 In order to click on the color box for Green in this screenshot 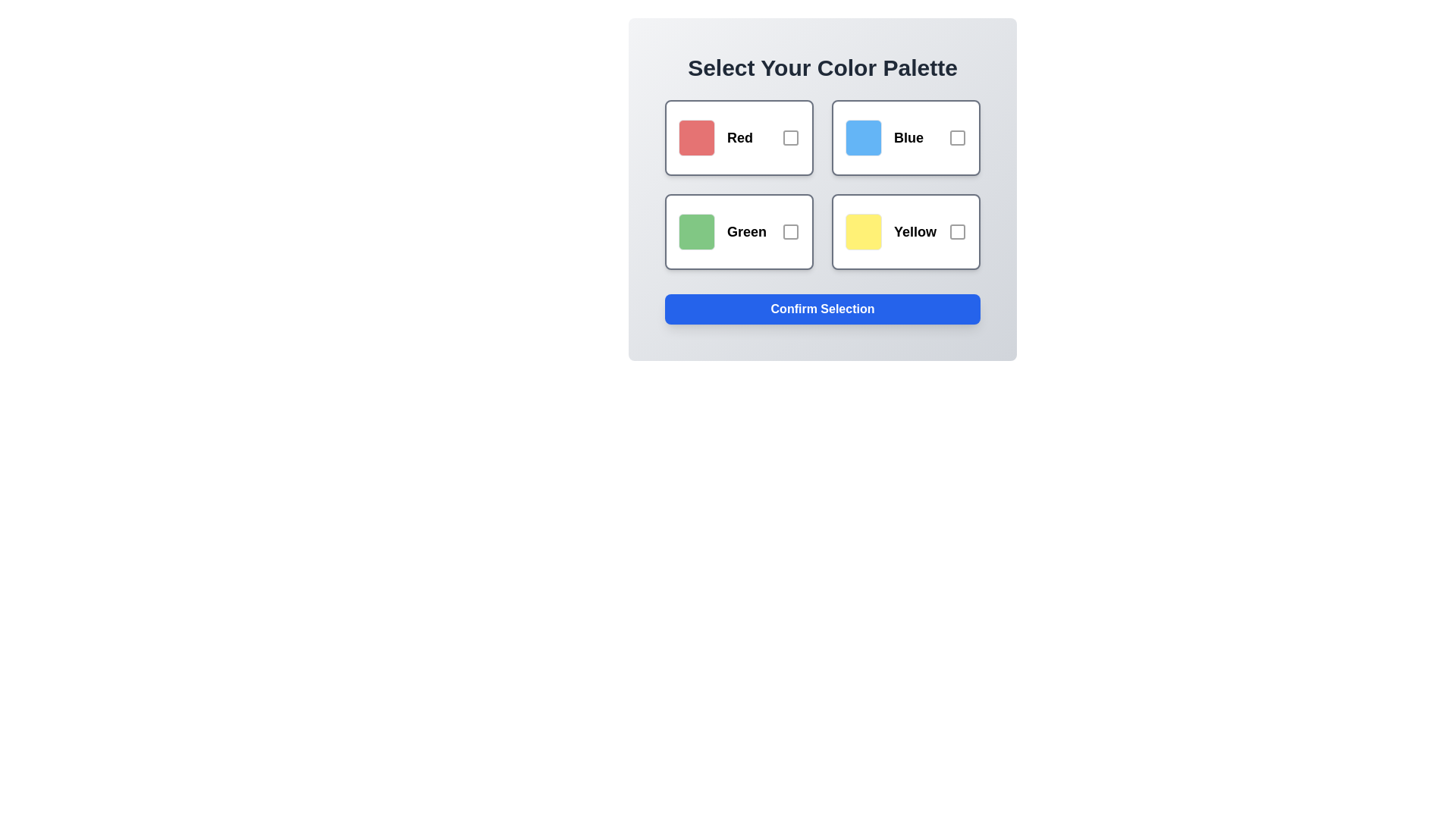, I will do `click(739, 231)`.